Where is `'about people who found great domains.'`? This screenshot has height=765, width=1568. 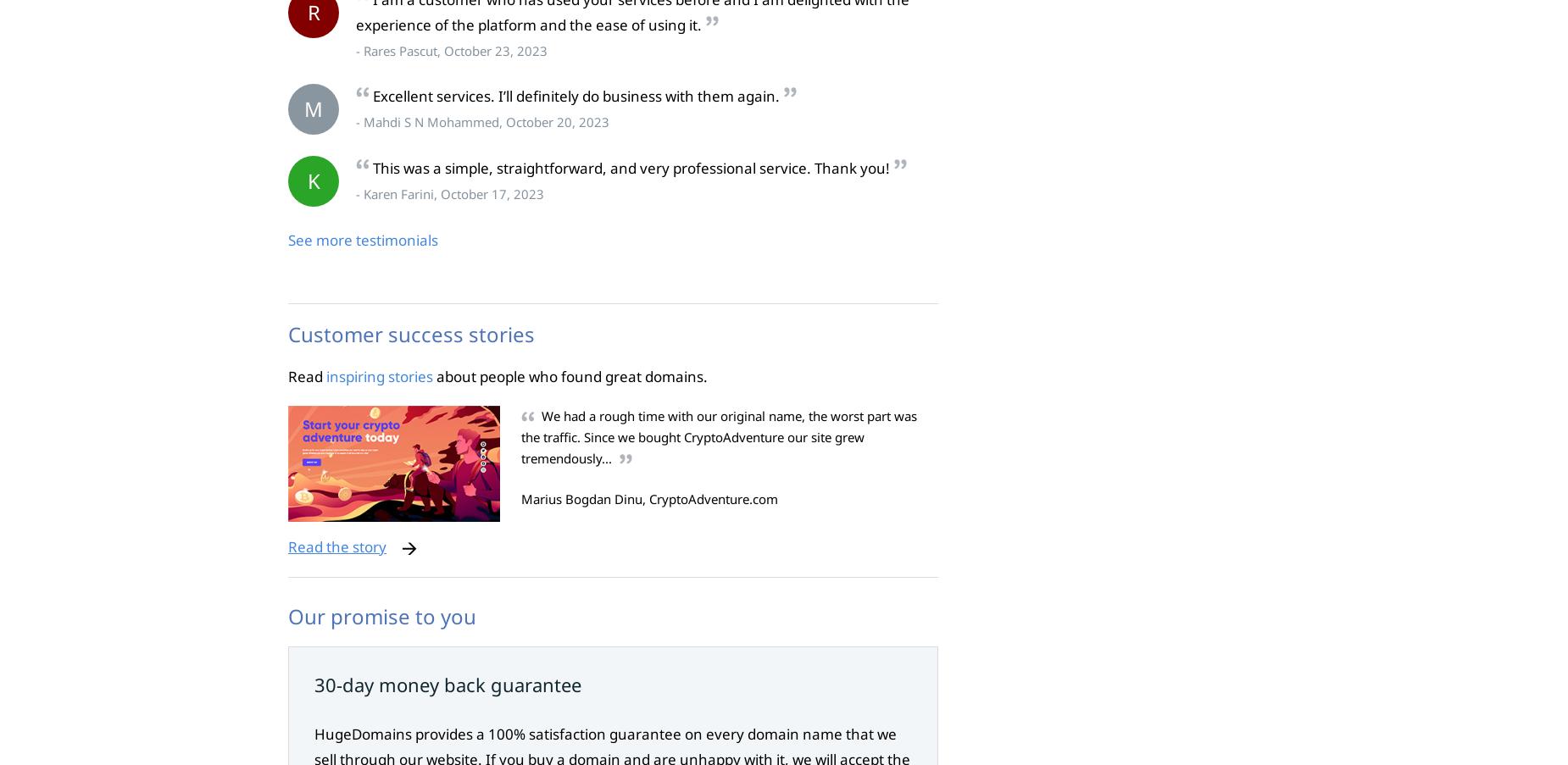 'about people who found great domains.' is located at coordinates (432, 374).